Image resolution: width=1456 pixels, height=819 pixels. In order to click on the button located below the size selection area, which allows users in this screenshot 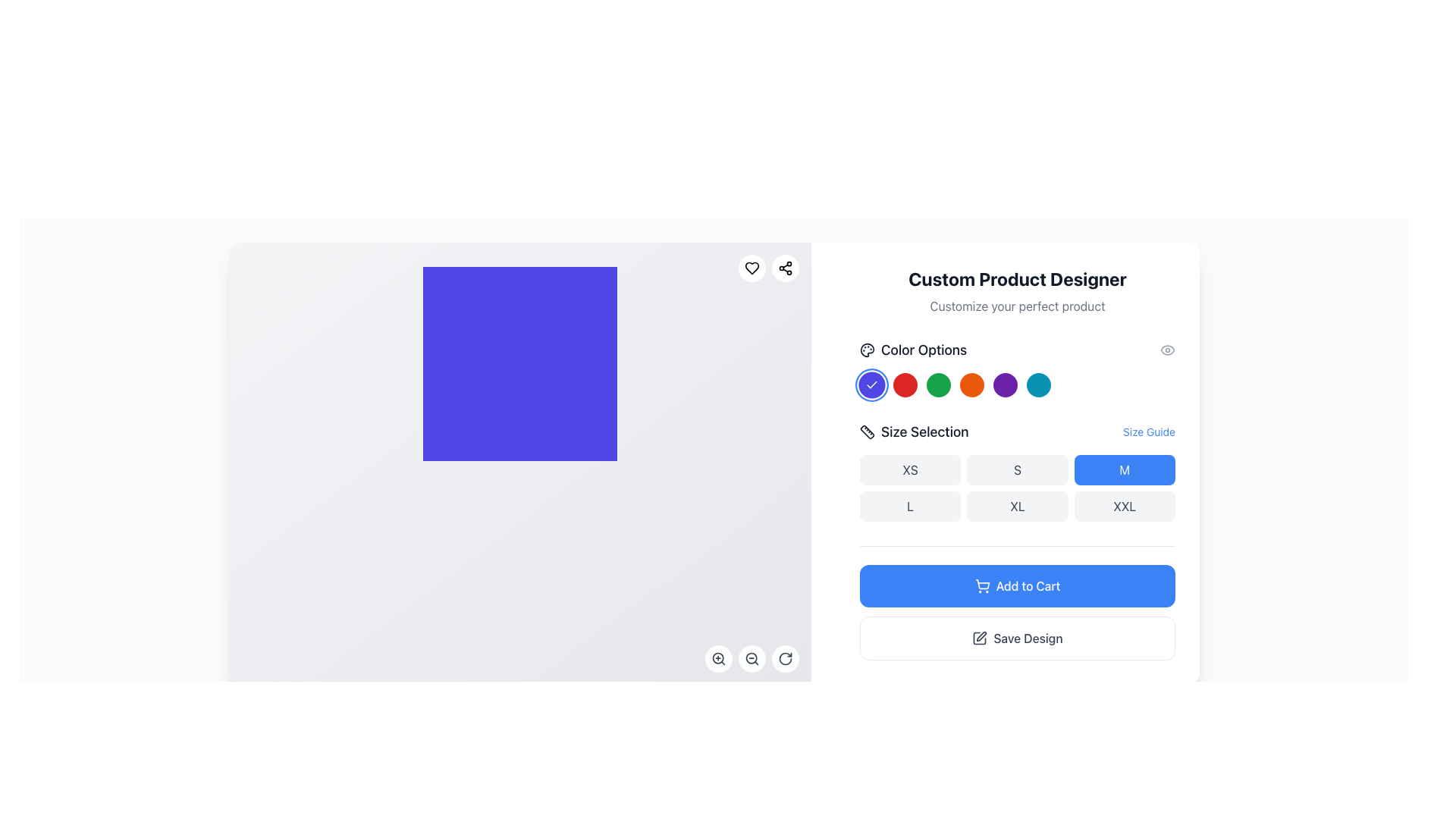, I will do `click(1018, 585)`.